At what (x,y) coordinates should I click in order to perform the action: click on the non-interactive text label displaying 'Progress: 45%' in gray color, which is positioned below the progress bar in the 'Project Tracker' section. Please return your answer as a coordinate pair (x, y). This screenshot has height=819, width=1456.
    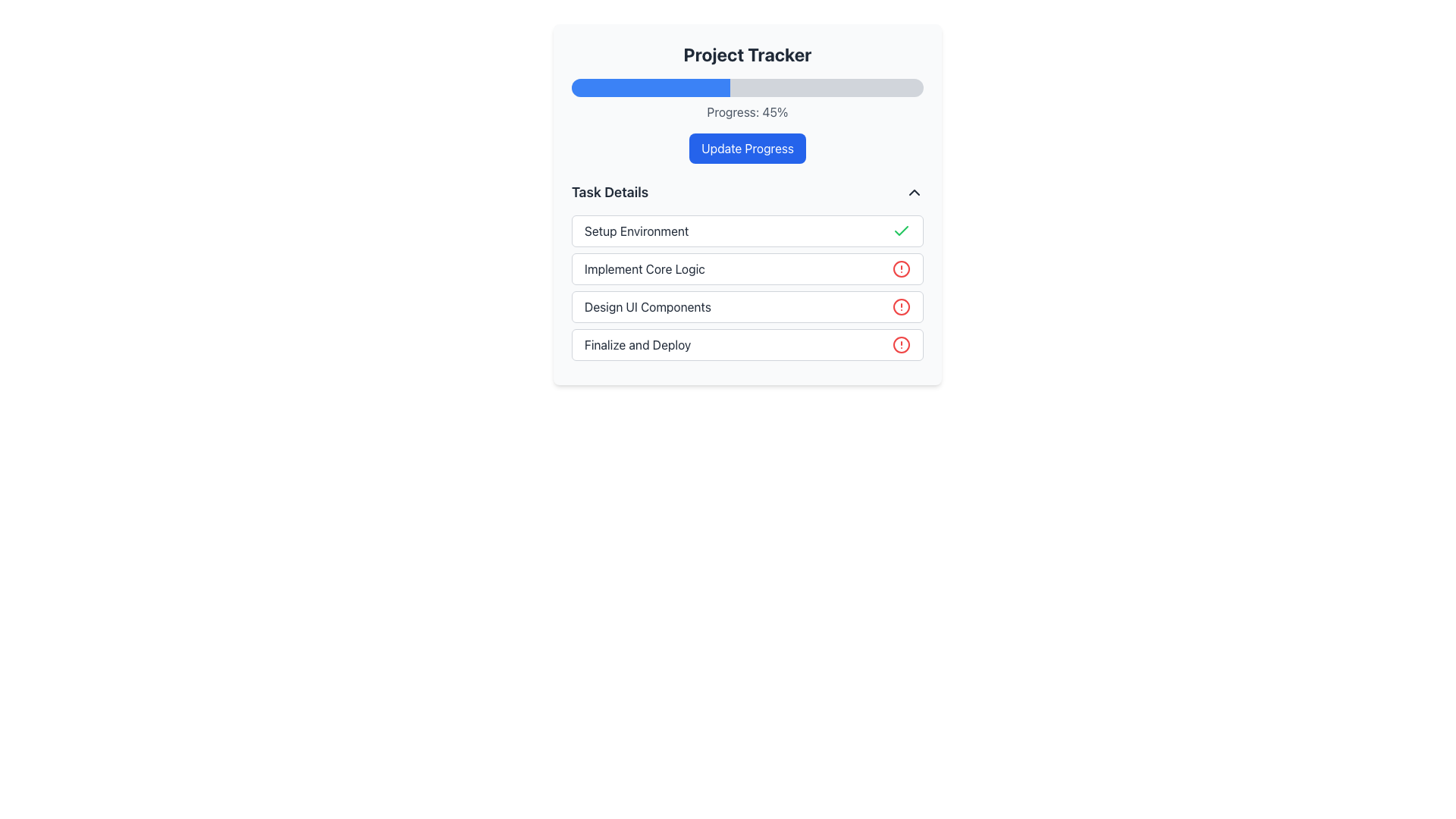
    Looking at the image, I should click on (747, 111).